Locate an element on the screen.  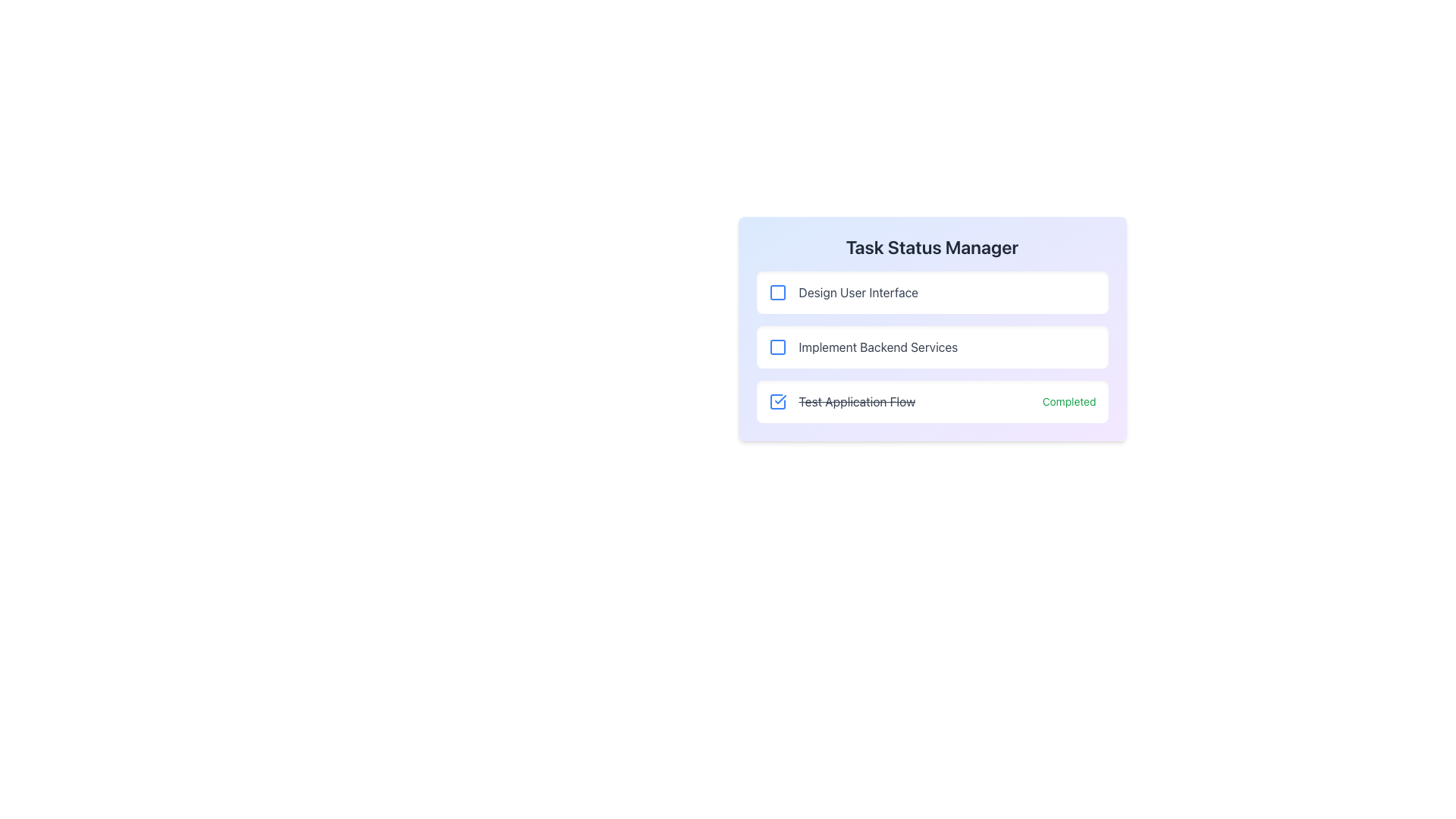
text of the completed task label, which is the third item in the 'Task Status Manager' card. The label features a strikethrough style indicating that the task is completed is located at coordinates (841, 400).